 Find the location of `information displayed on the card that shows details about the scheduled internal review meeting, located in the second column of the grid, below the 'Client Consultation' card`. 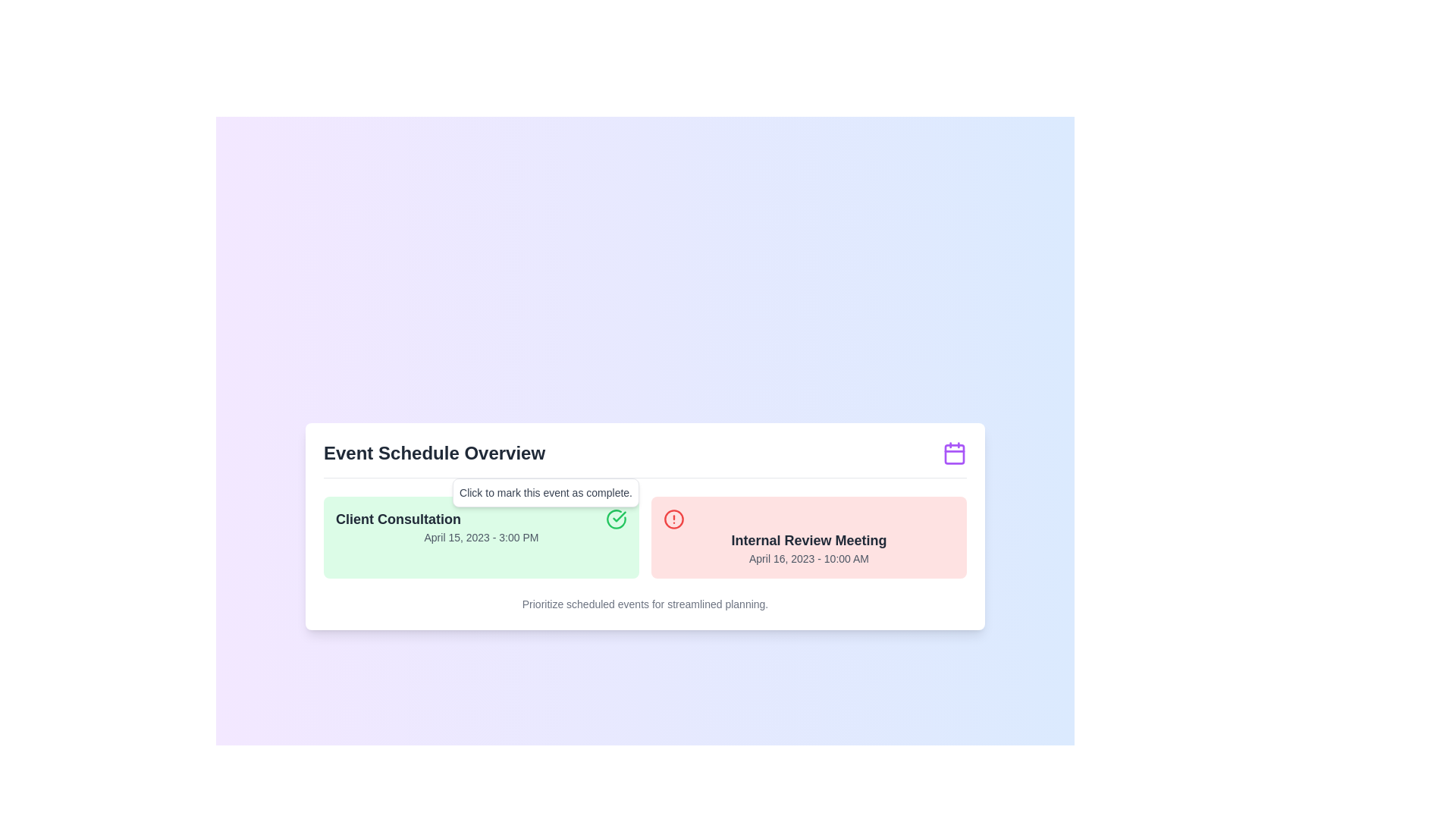

information displayed on the card that shows details about the scheduled internal review meeting, located in the second column of the grid, below the 'Client Consultation' card is located at coordinates (808, 536).